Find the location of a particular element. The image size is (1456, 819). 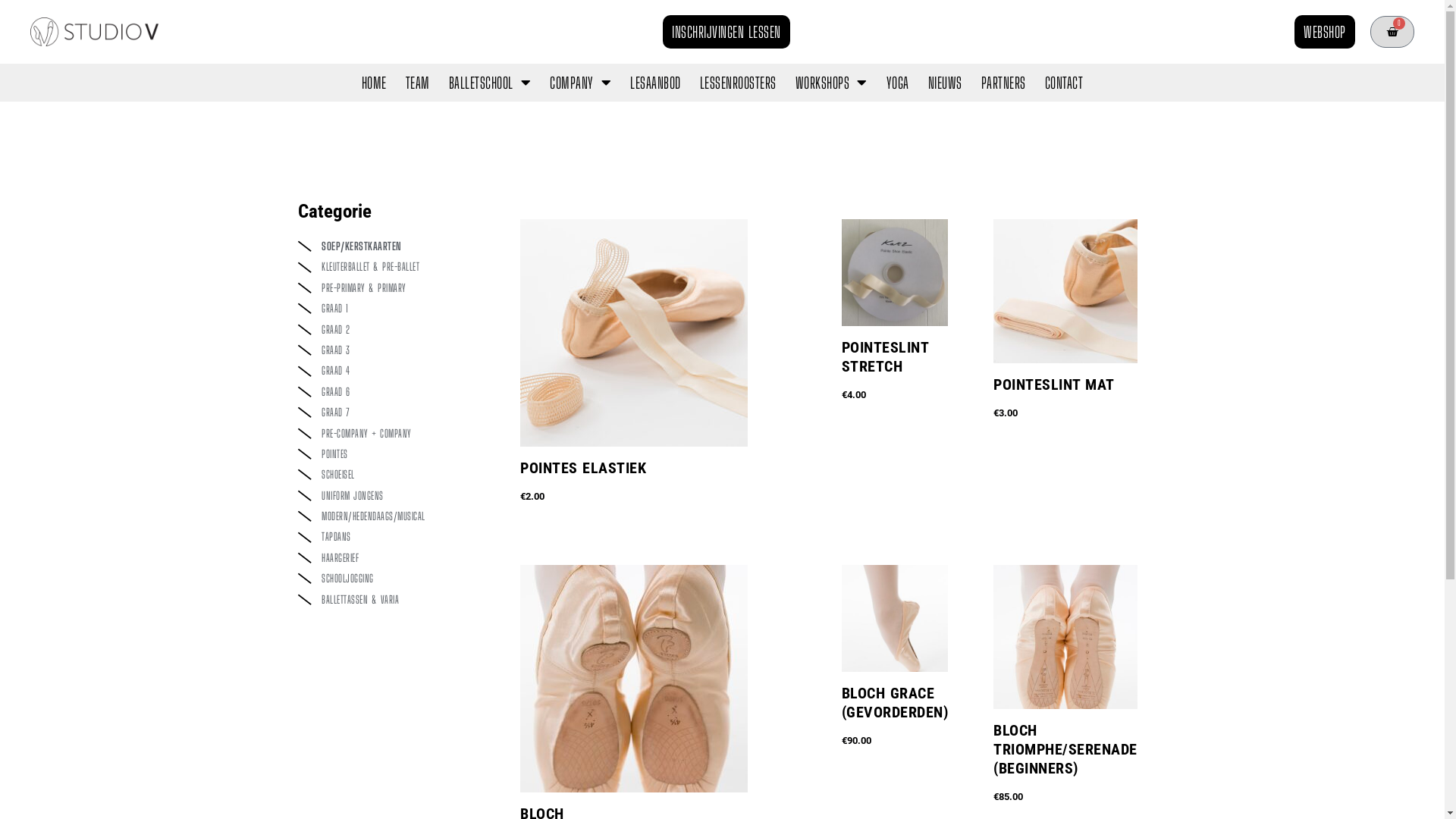

'NIEUWS' is located at coordinates (944, 82).